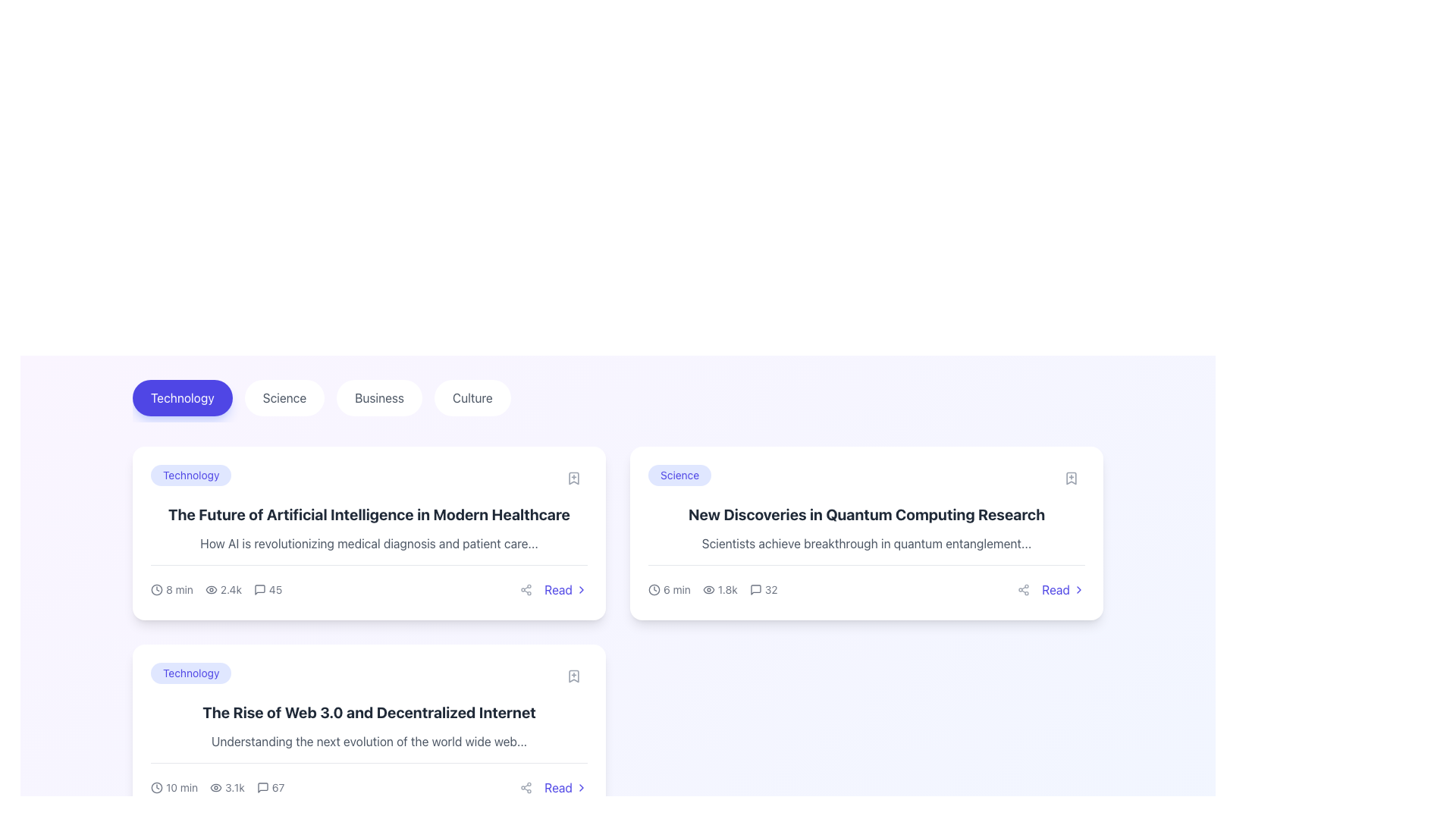  What do you see at coordinates (262, 786) in the screenshot?
I see `the speech bubble icon which represents comment or message functionality, located at the bottom right of the page` at bounding box center [262, 786].